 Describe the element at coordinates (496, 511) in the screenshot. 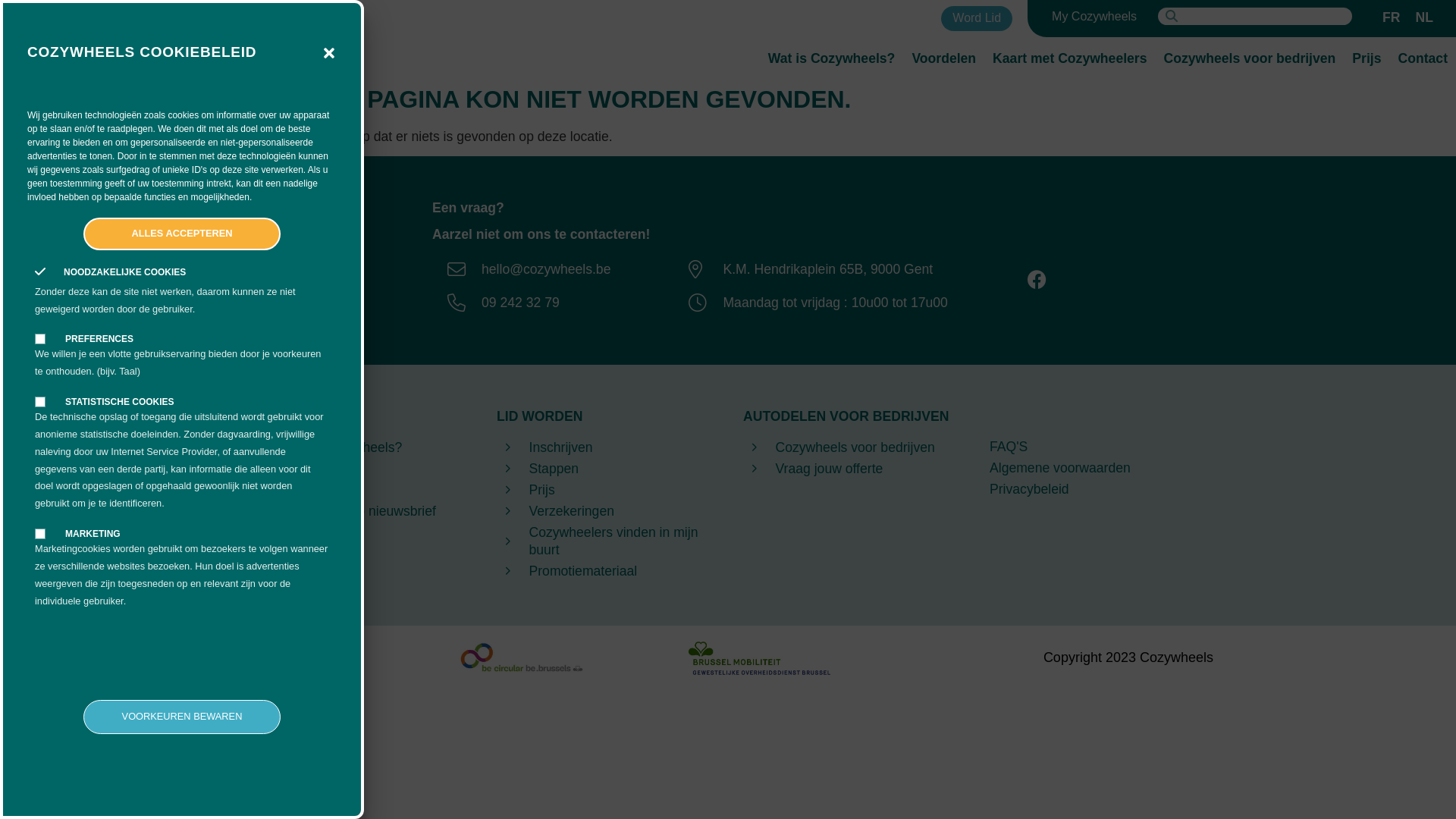

I see `'Verzekeringen'` at that location.